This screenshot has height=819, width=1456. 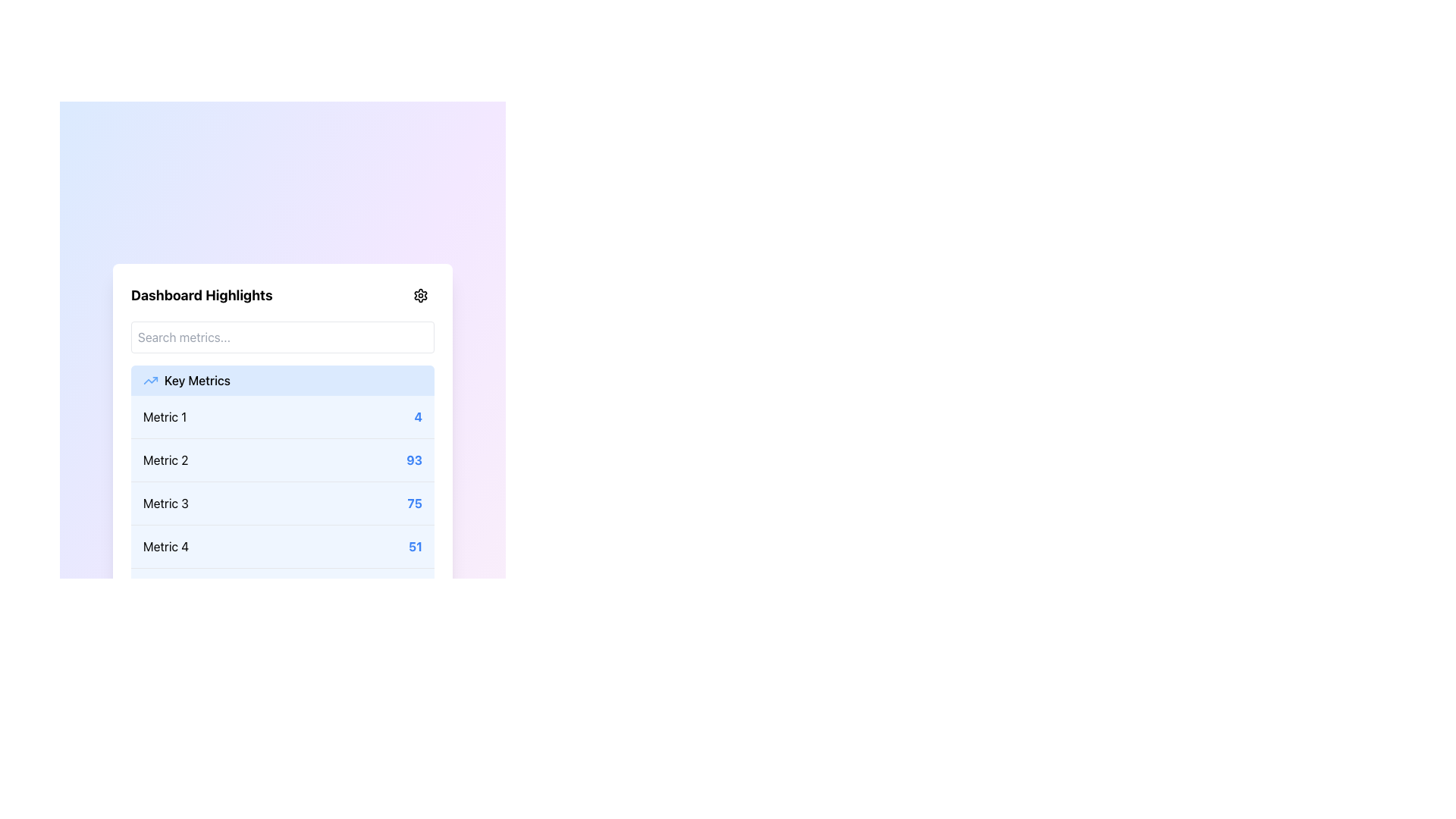 What do you see at coordinates (418, 417) in the screenshot?
I see `numeric value displayed in the Text Label positioned at the top right of the 'Metric 1' row in the 'Key Metrics' list` at bounding box center [418, 417].